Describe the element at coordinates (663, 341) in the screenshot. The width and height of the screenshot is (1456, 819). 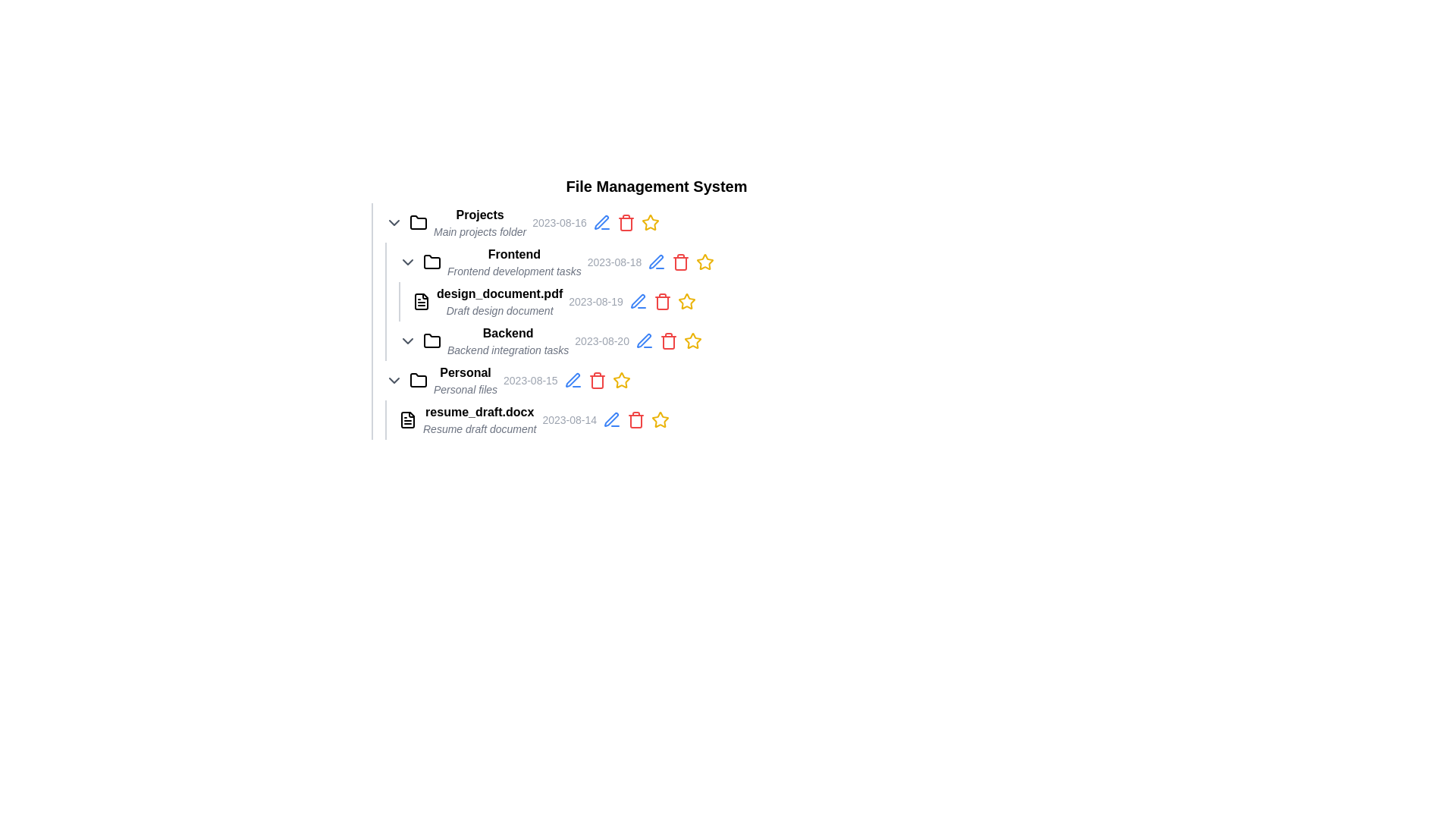
I see `the pencil icon` at that location.